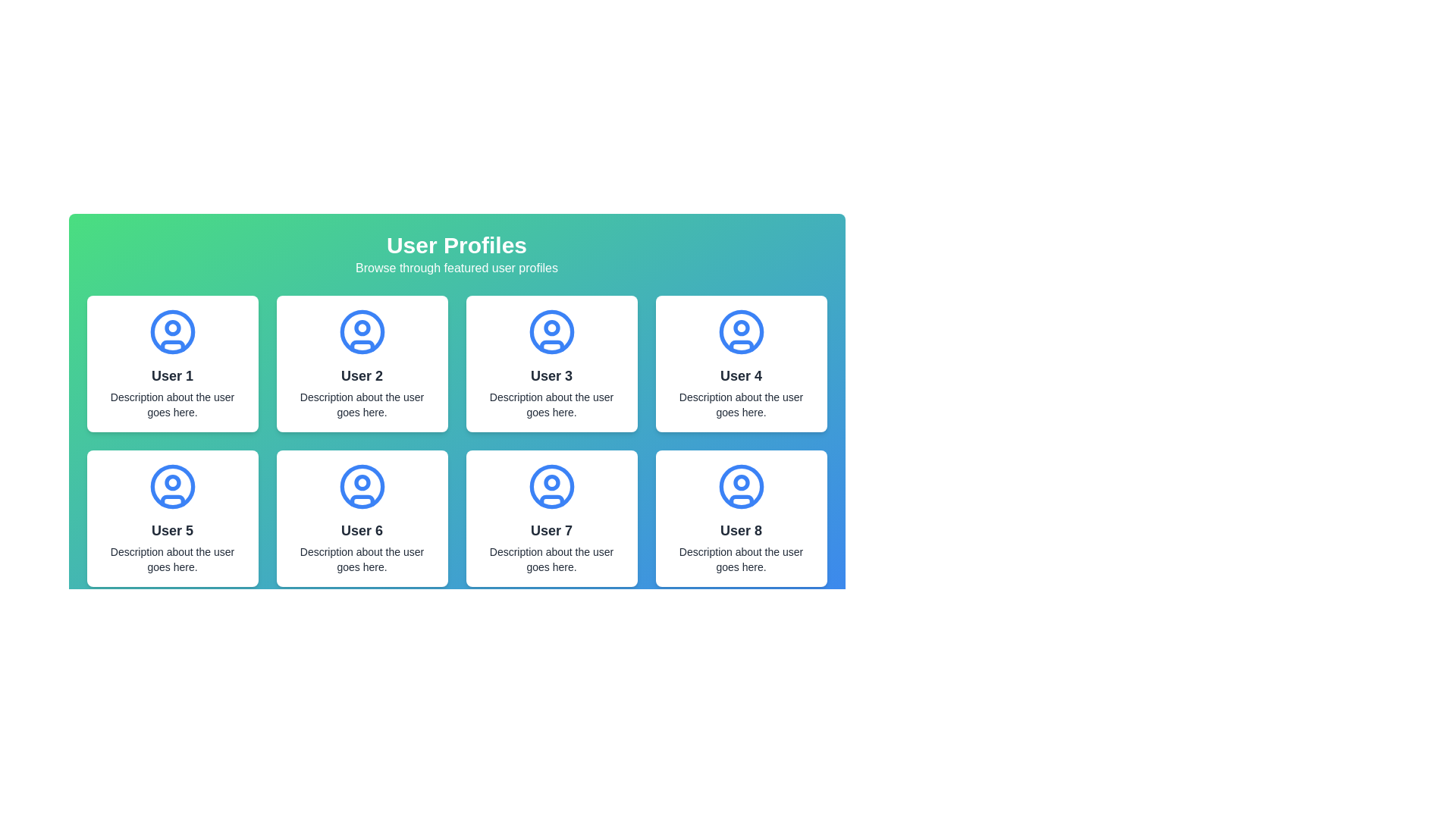  I want to click on the text block displaying 'User Profiles' and 'Browse through featured user profiles' which is centrally positioned above the user profile grid, so click(456, 253).